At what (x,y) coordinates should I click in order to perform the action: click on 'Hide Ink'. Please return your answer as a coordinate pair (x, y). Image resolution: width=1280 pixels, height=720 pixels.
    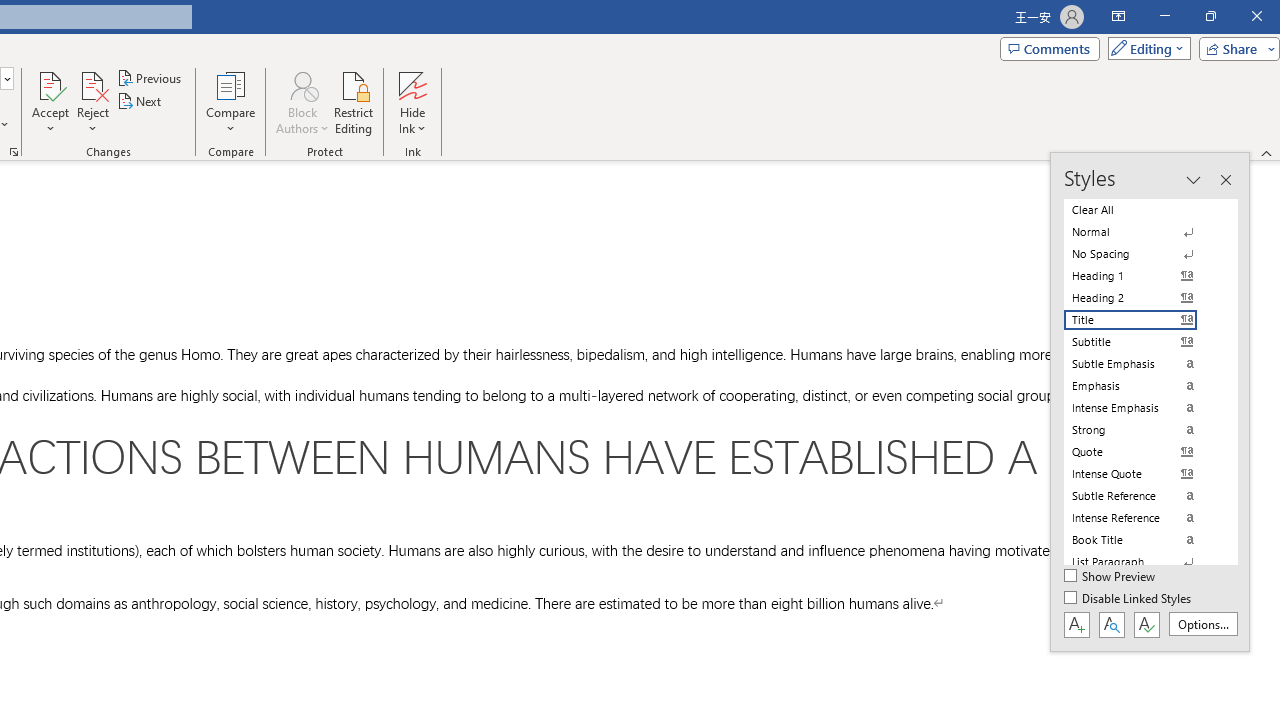
    Looking at the image, I should click on (411, 103).